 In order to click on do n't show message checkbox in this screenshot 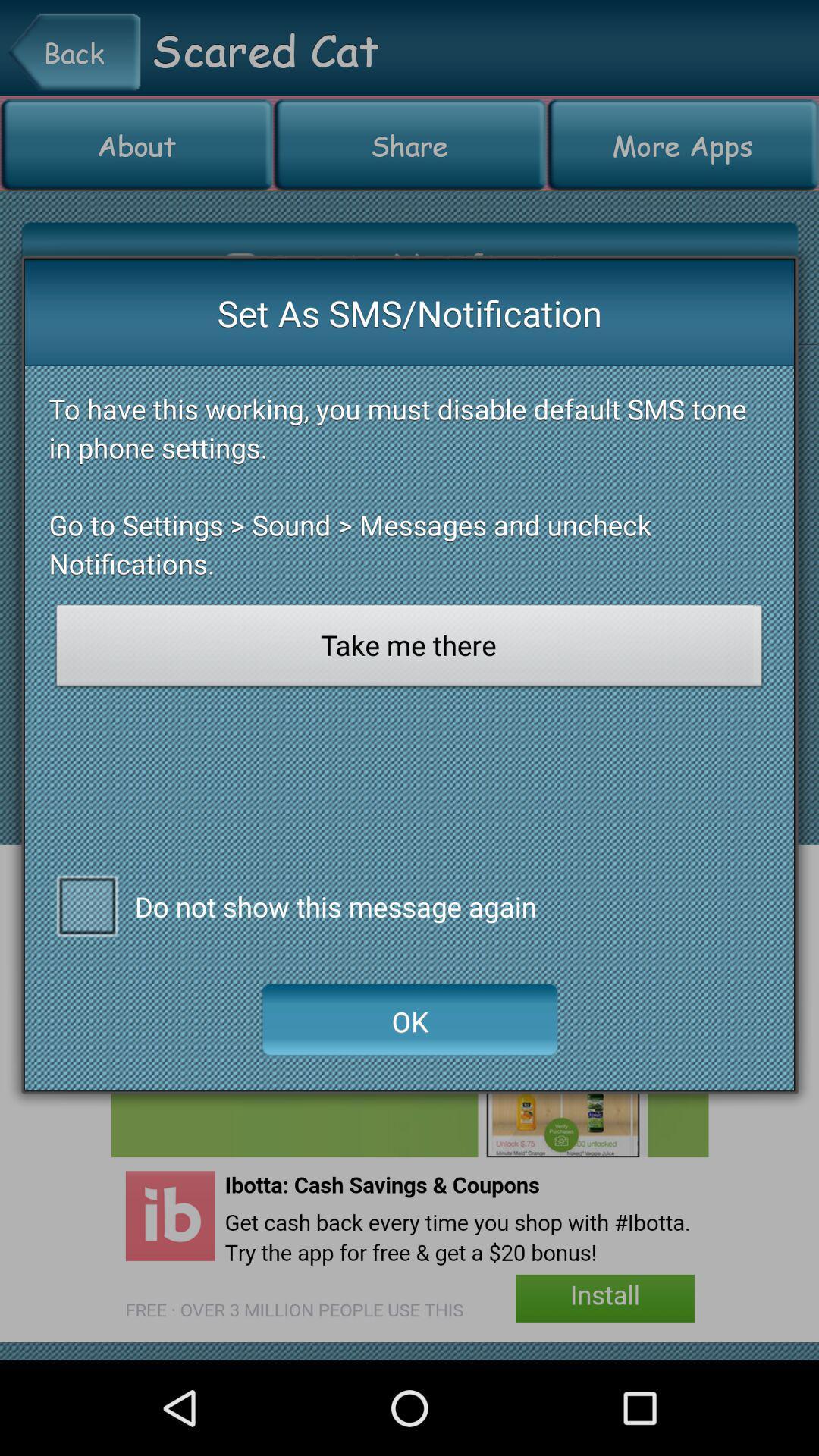, I will do `click(86, 905)`.